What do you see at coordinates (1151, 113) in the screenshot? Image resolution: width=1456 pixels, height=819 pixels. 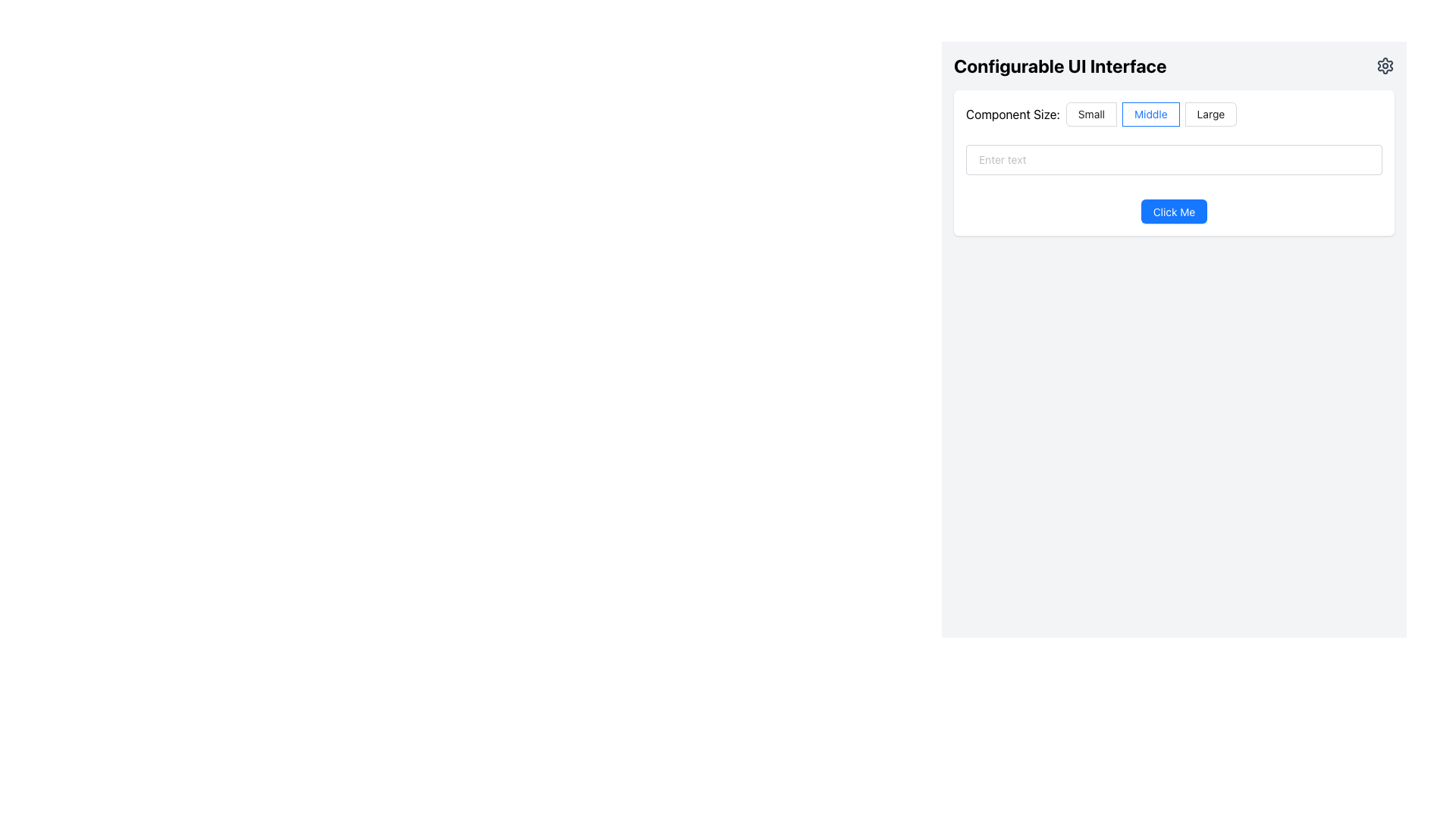 I see `the 'Middle' option of the Radio Button Group labeled 'Small', 'Middle', and 'Large'` at bounding box center [1151, 113].